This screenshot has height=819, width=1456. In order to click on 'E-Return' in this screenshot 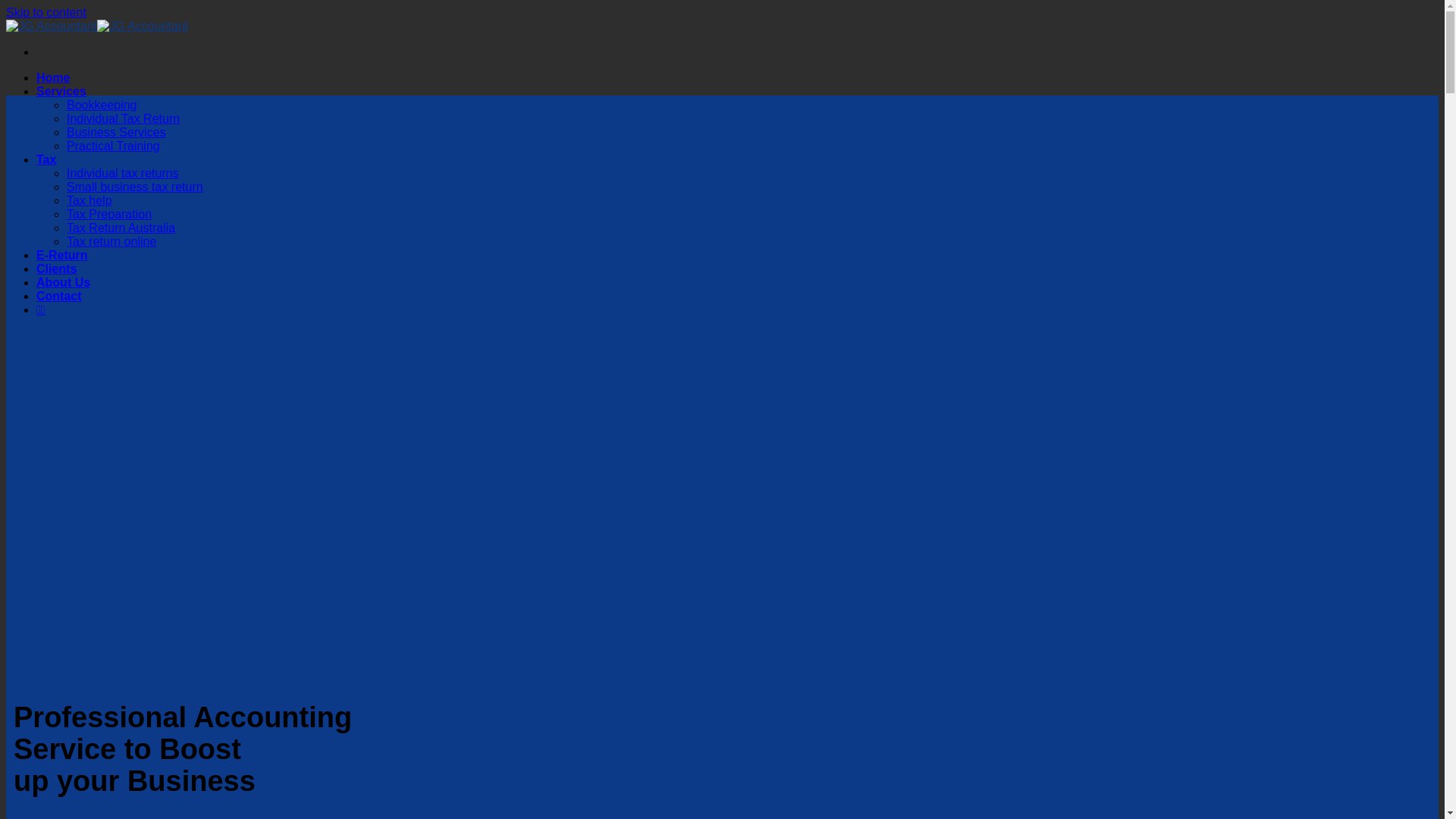, I will do `click(36, 254)`.